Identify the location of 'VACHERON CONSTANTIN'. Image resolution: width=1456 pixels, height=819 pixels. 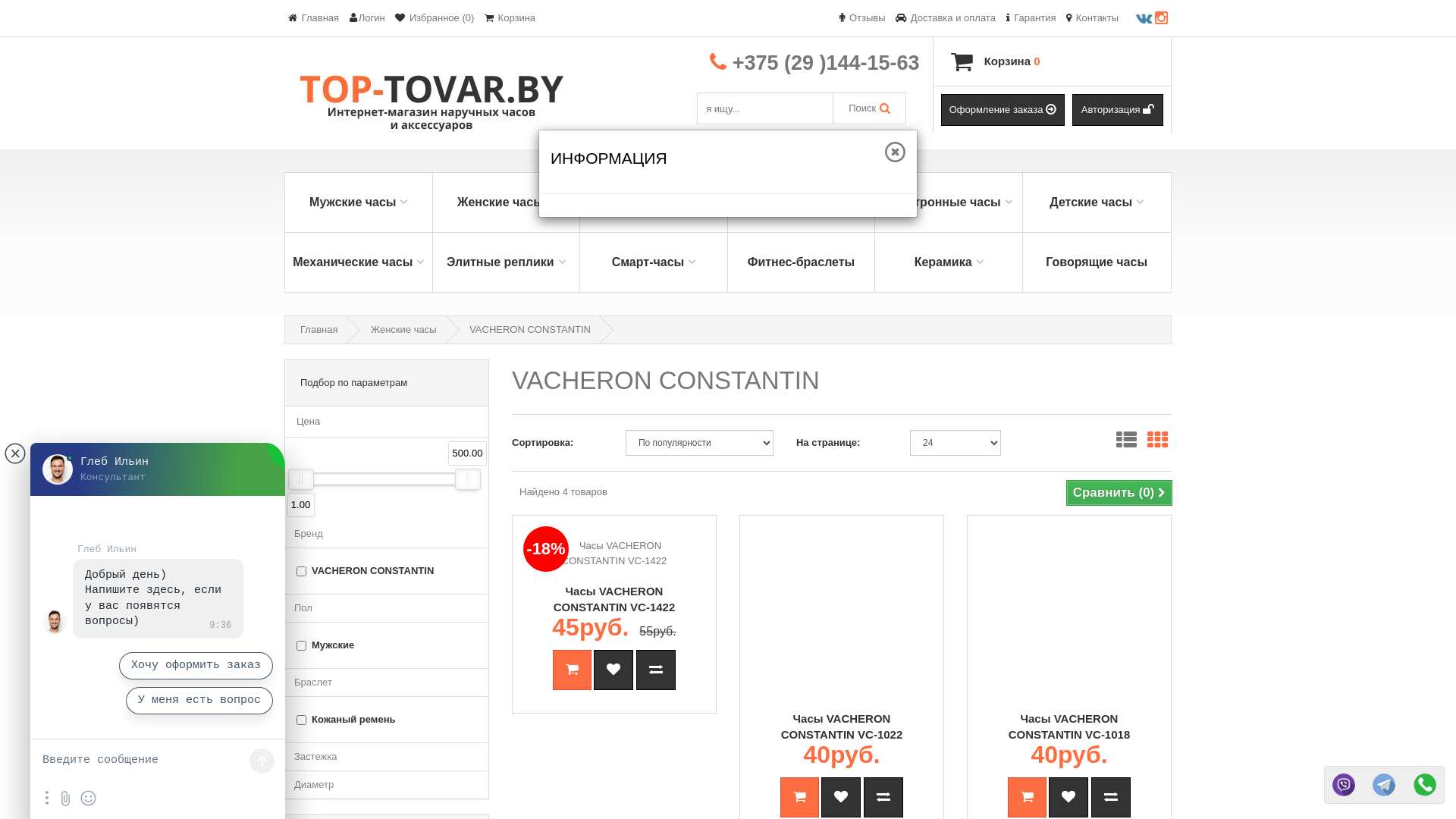
(530, 328).